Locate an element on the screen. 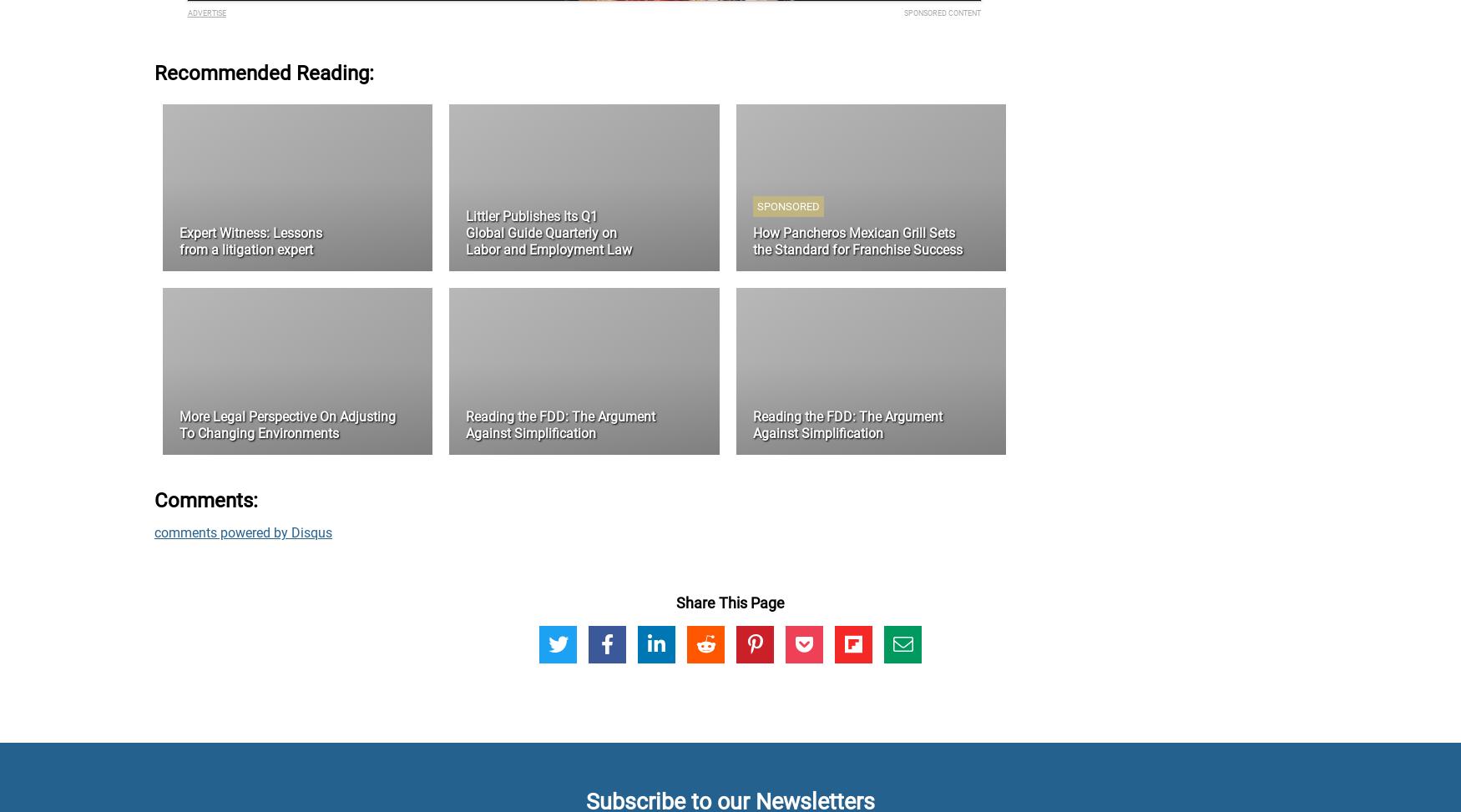  'Comments:' is located at coordinates (205, 500).